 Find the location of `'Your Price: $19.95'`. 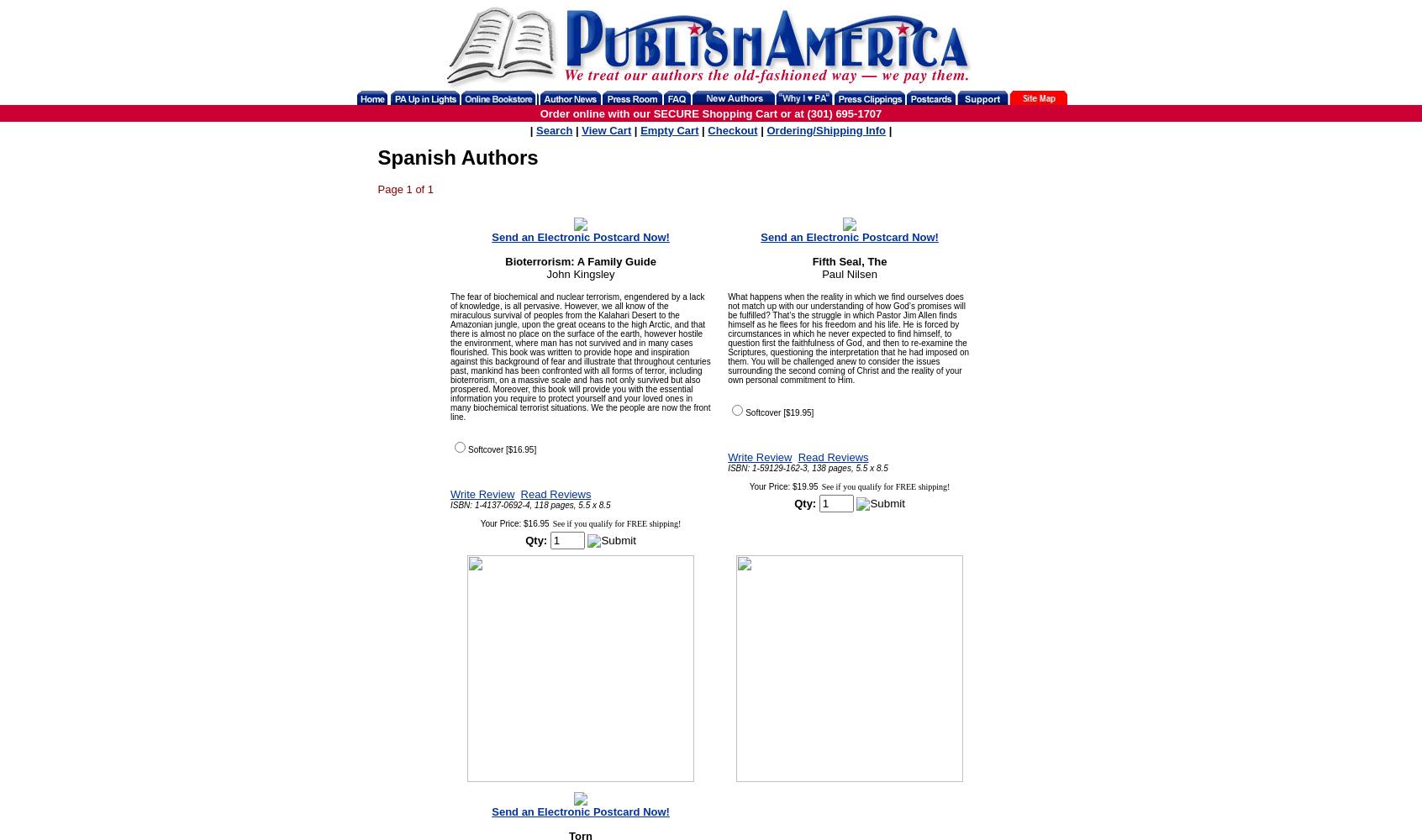

'Your Price: $19.95' is located at coordinates (782, 486).